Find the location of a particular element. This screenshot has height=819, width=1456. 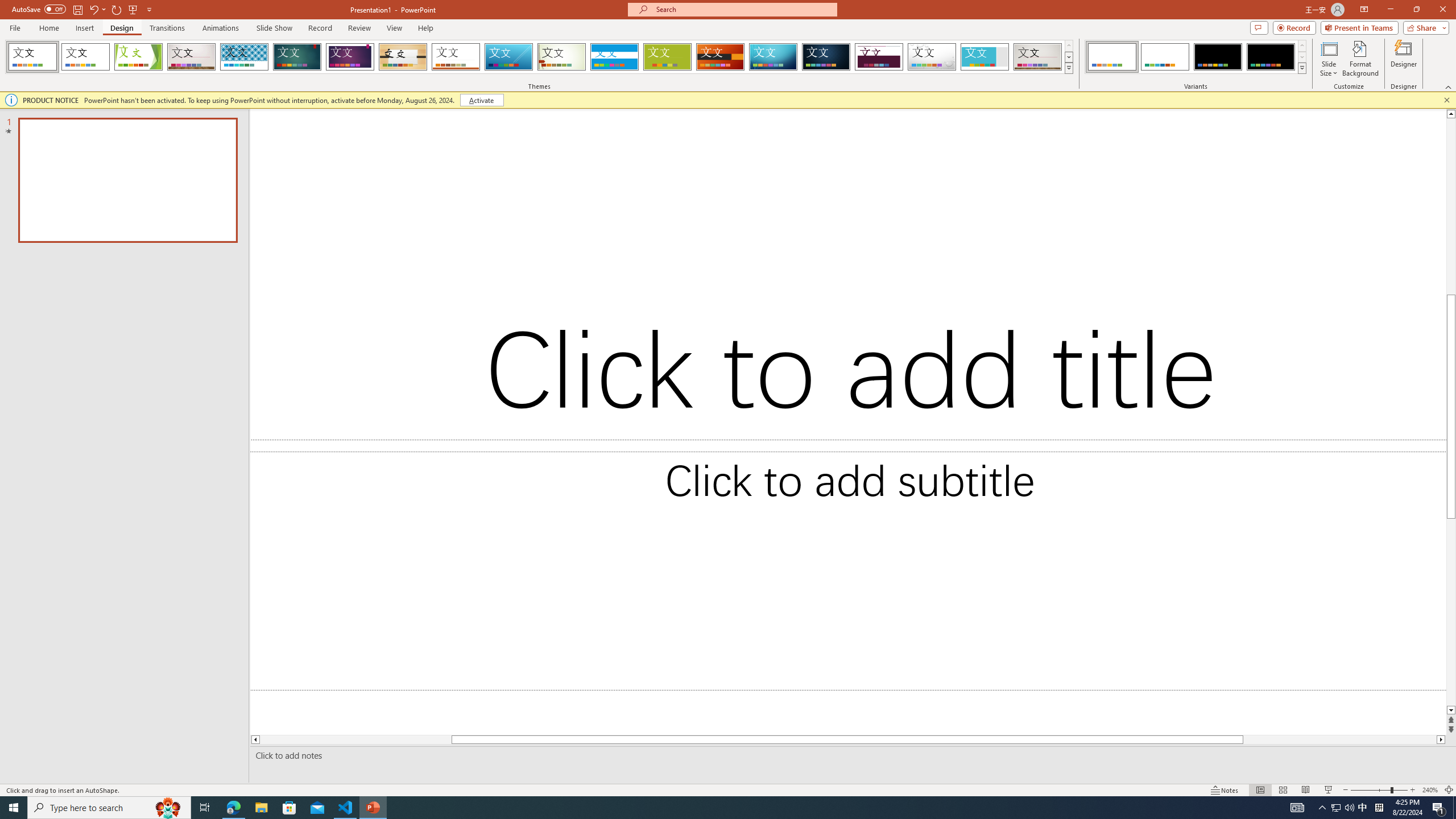

'Gallery' is located at coordinates (1038, 56).